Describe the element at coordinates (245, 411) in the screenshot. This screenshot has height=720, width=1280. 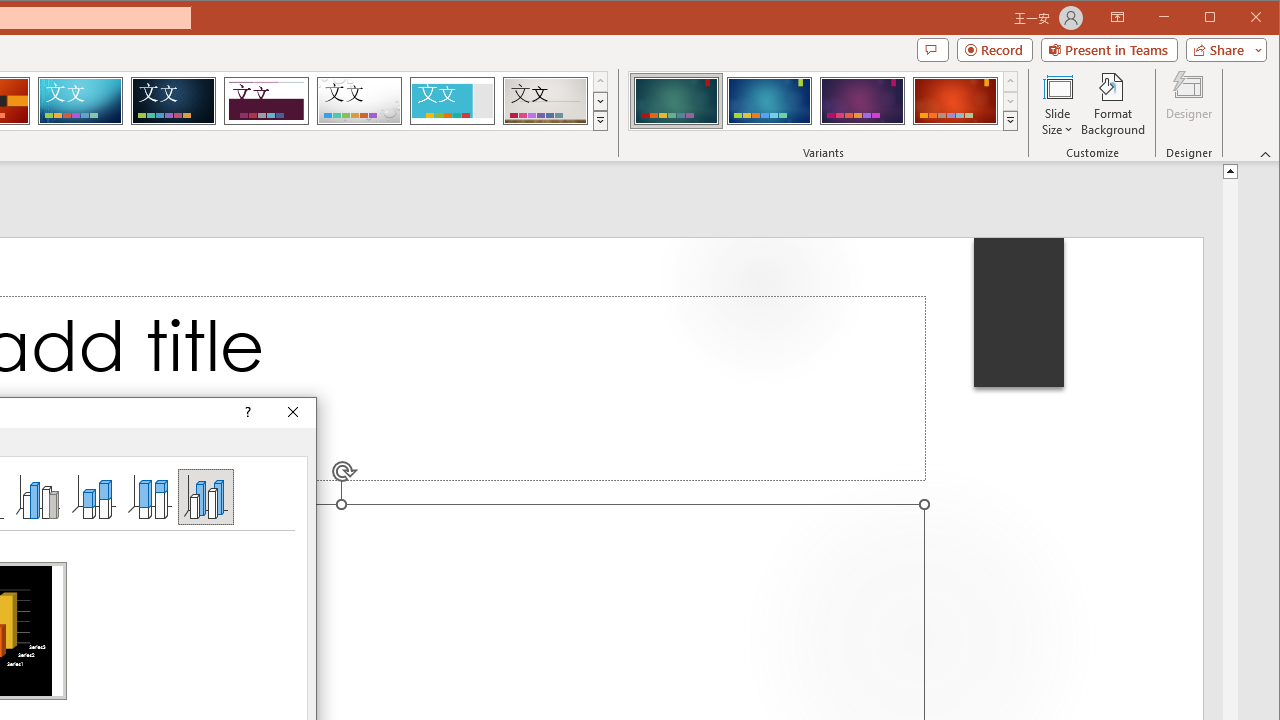
I see `'Context help'` at that location.